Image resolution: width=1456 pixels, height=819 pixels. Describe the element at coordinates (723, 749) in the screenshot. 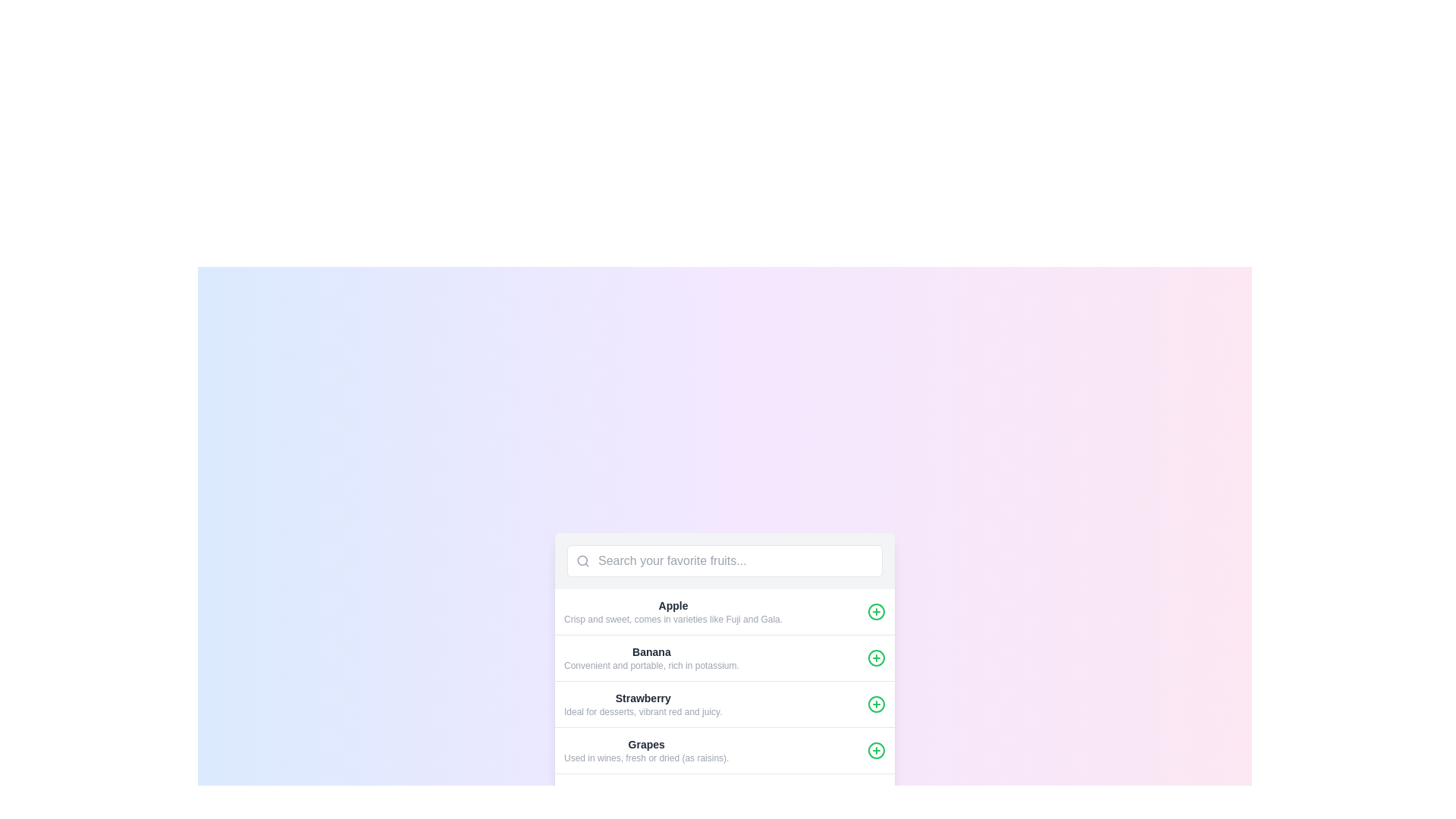

I see `the green circular button with a plus sign inside it, located next to the list item labeled 'Grapes', which is the fourth item in the vertical list` at that location.